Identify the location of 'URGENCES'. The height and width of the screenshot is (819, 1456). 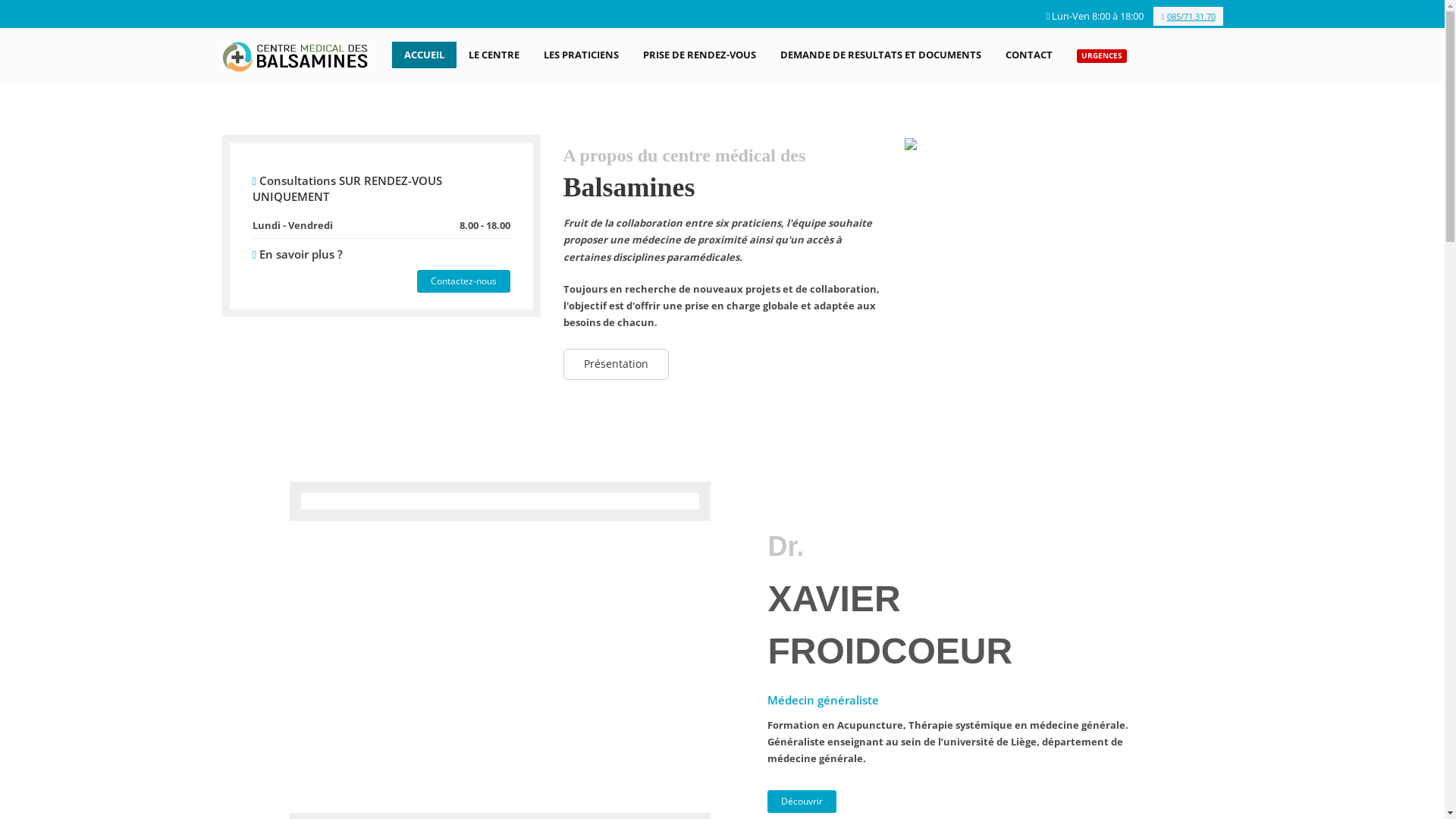
(1102, 54).